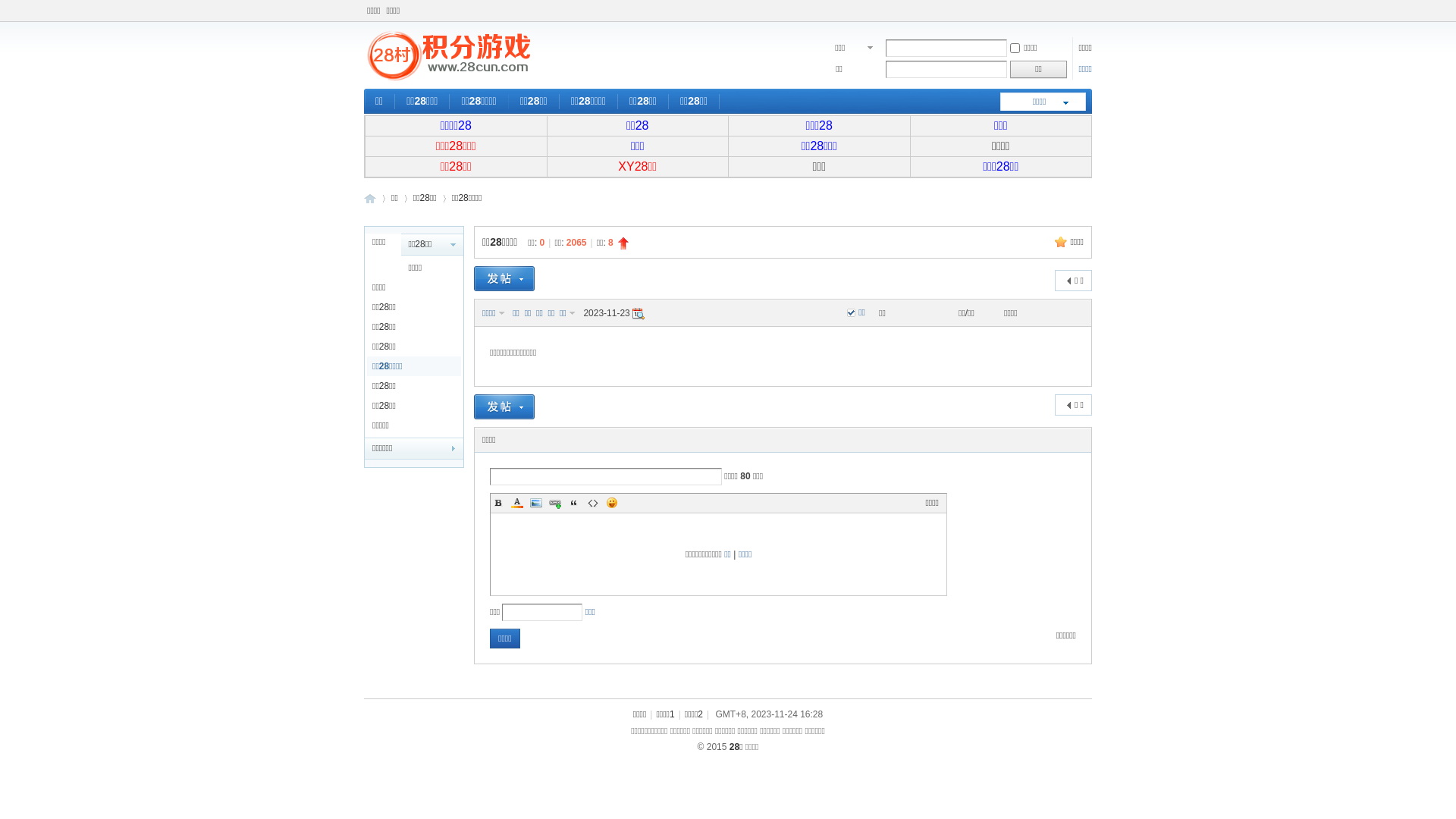 This screenshot has height=819, width=1456. Describe the element at coordinates (603, 503) in the screenshot. I see `'Smilies'` at that location.